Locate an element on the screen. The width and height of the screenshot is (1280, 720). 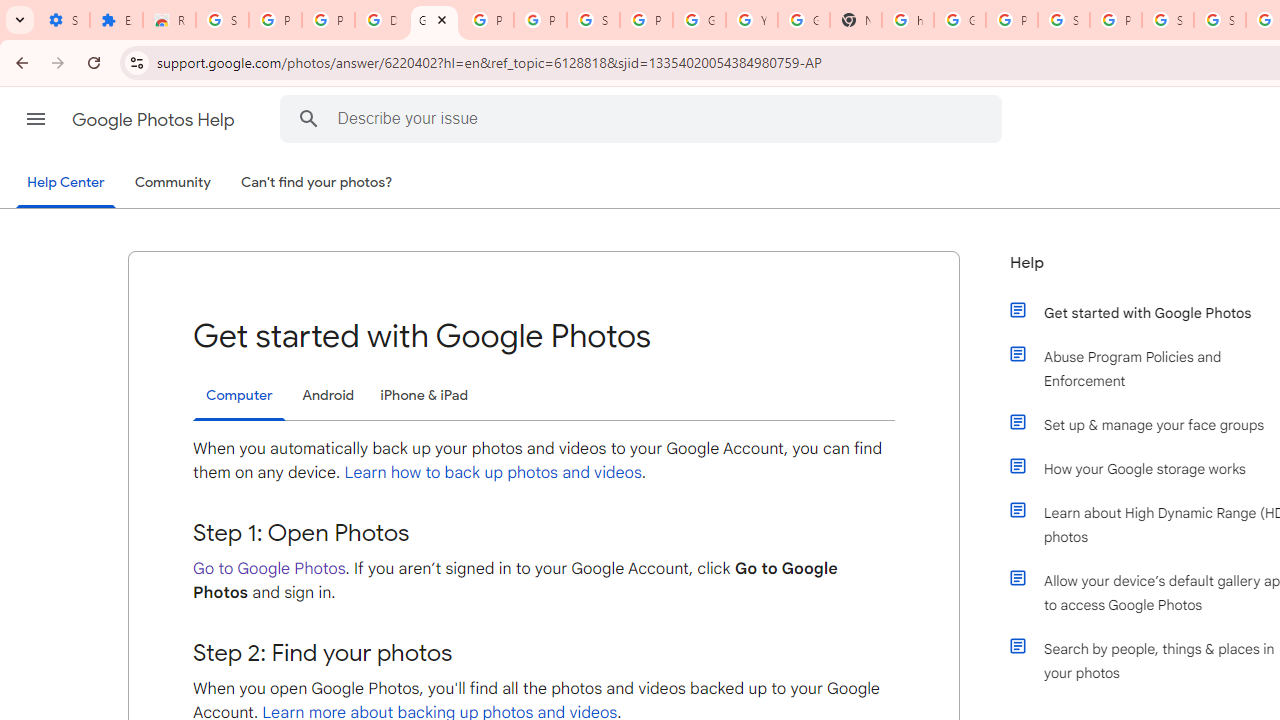
'Learn how to back up photos and videos' is located at coordinates (493, 473).